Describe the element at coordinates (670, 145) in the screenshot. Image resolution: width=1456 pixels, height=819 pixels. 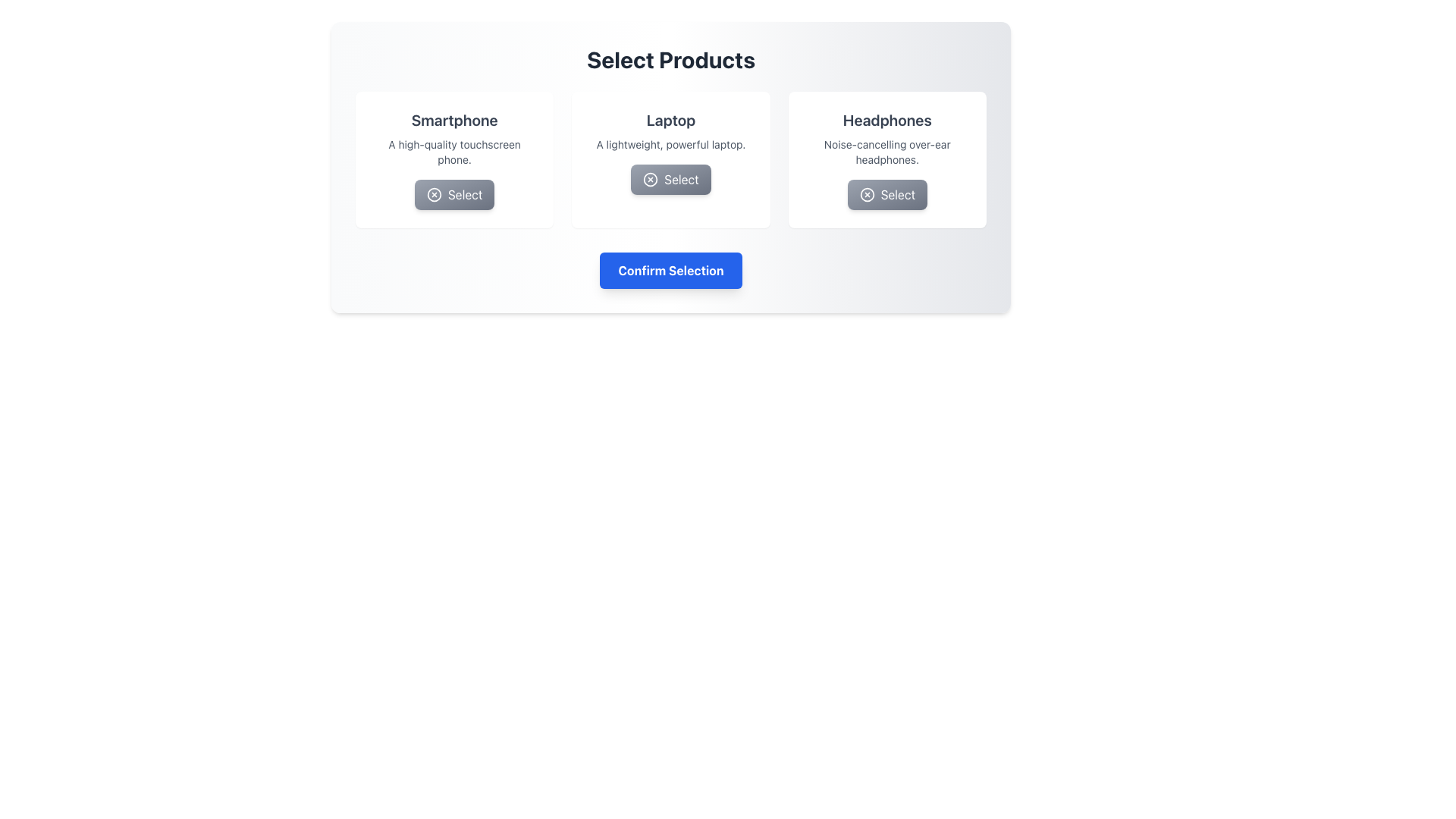
I see `the Static Text element that reads 'A lightweight, powerful laptop.' located beneath the product title 'Laptop' and above the 'Select' button` at that location.